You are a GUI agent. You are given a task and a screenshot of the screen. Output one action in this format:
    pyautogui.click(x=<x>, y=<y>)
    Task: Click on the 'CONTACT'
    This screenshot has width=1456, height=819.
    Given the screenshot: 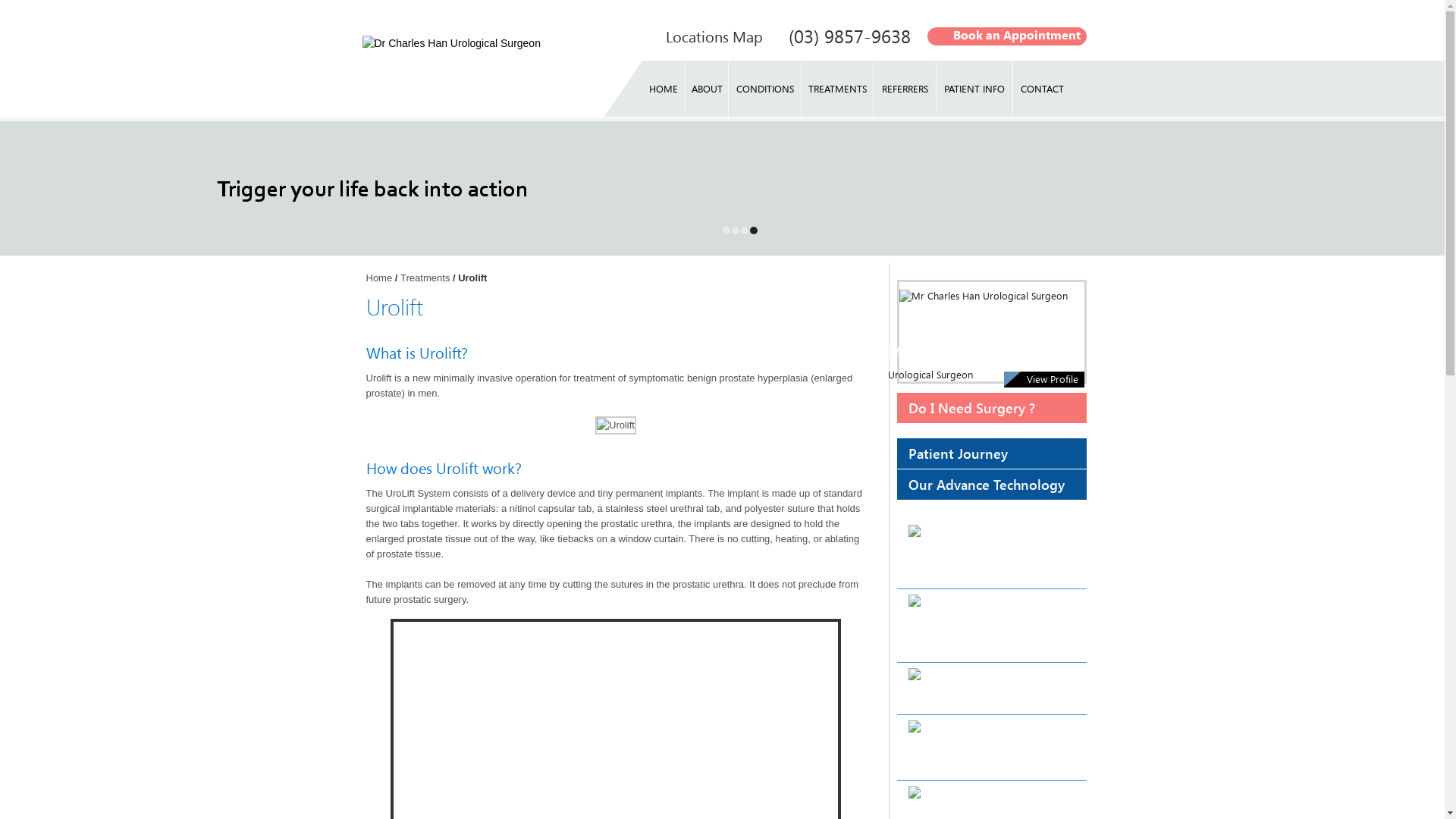 What is the action you would take?
    pyautogui.click(x=1040, y=88)
    